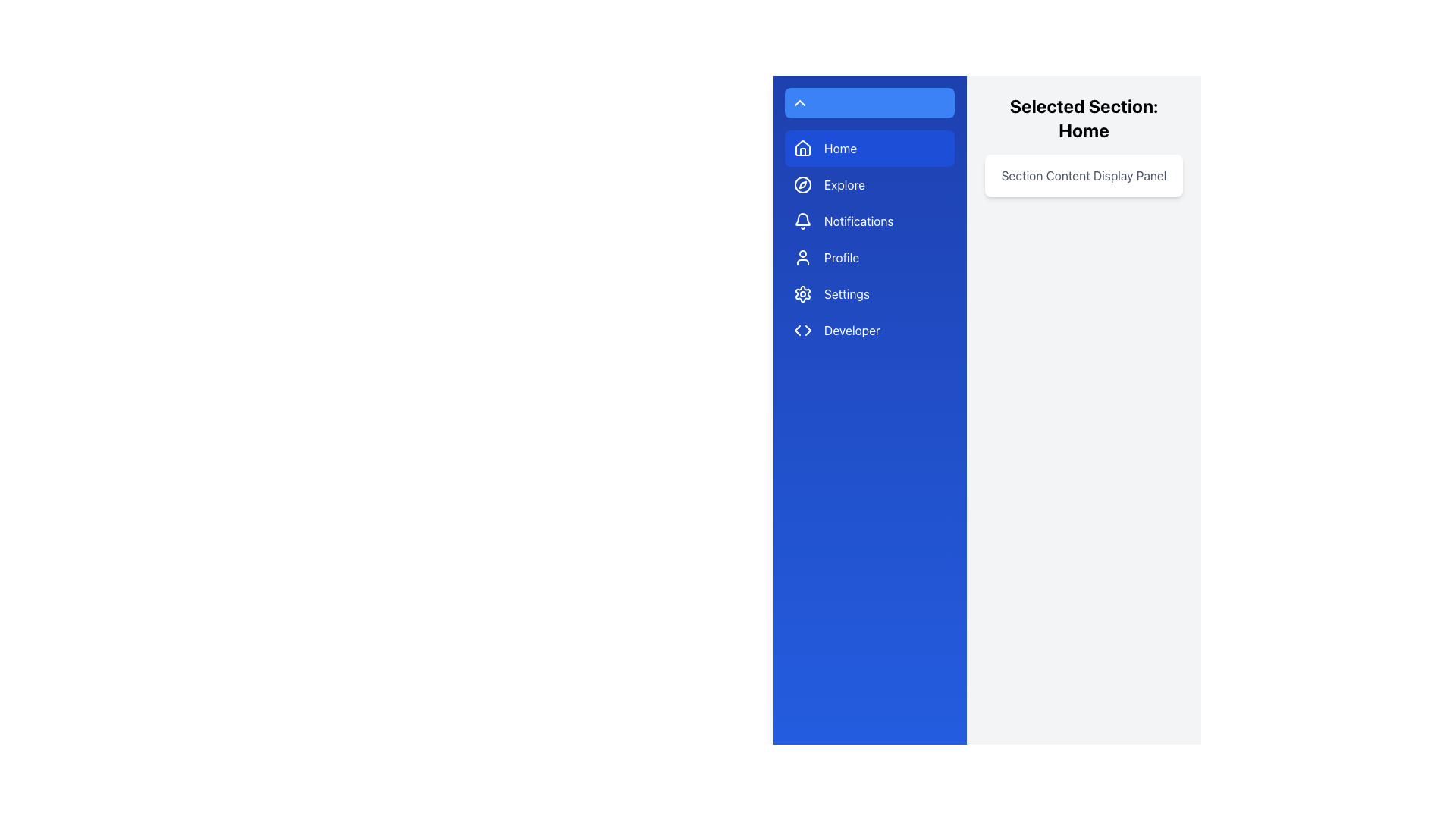  I want to click on the text label 'Developer' in the vertical navigation menu, so click(852, 329).